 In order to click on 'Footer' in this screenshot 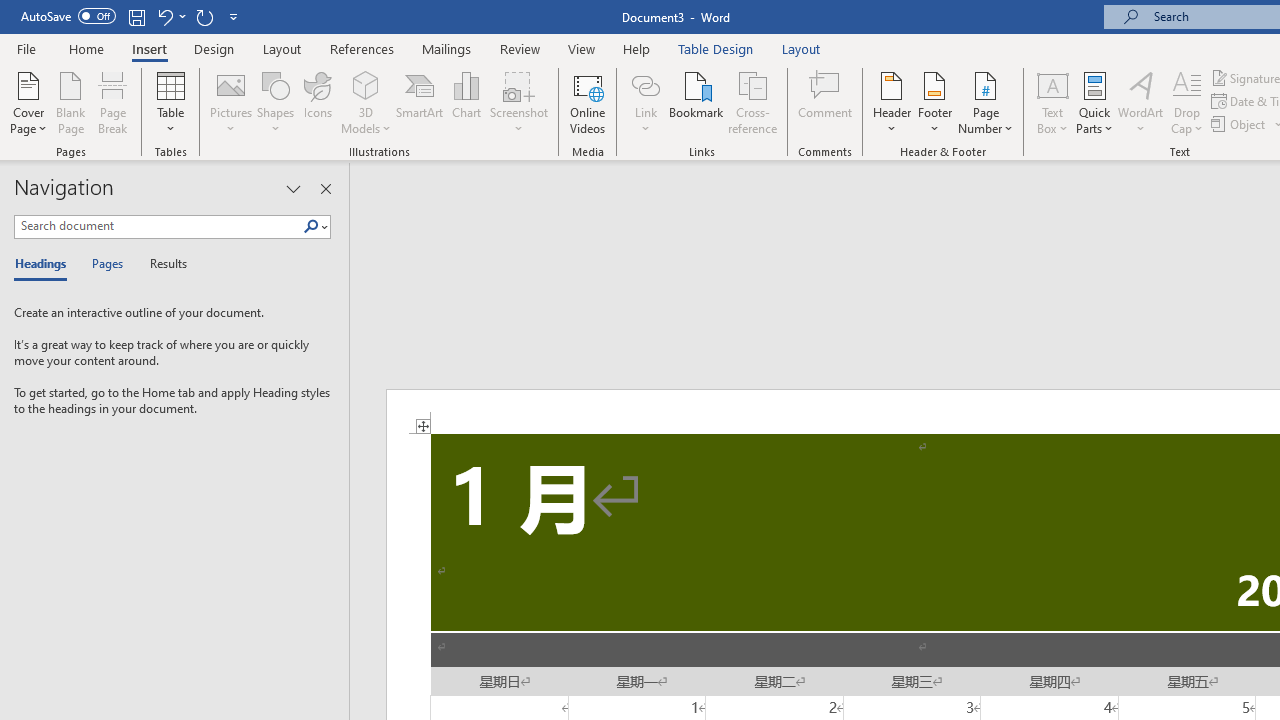, I will do `click(934, 103)`.